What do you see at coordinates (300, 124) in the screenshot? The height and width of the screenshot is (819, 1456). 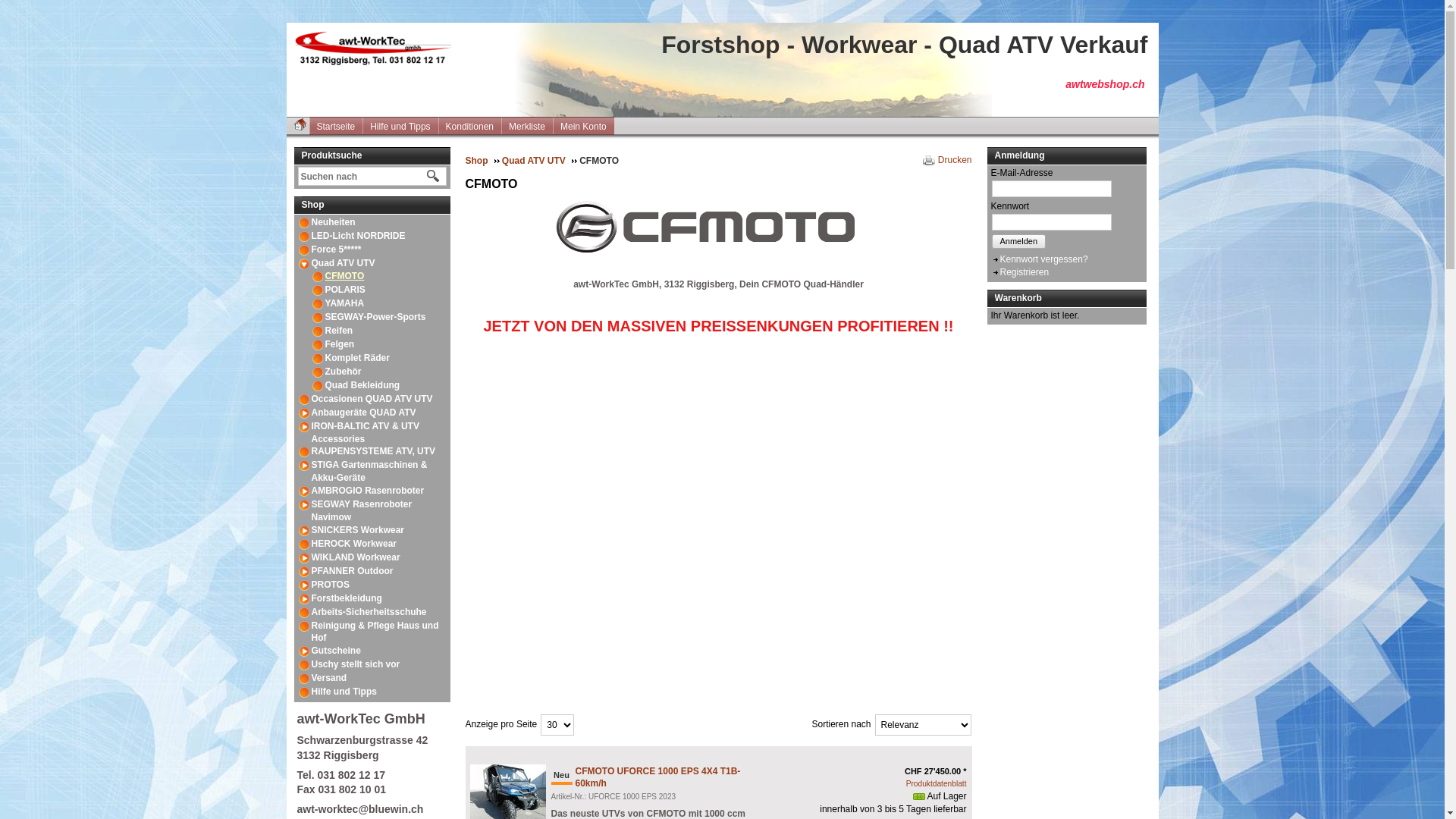 I see `'Startseite'` at bounding box center [300, 124].